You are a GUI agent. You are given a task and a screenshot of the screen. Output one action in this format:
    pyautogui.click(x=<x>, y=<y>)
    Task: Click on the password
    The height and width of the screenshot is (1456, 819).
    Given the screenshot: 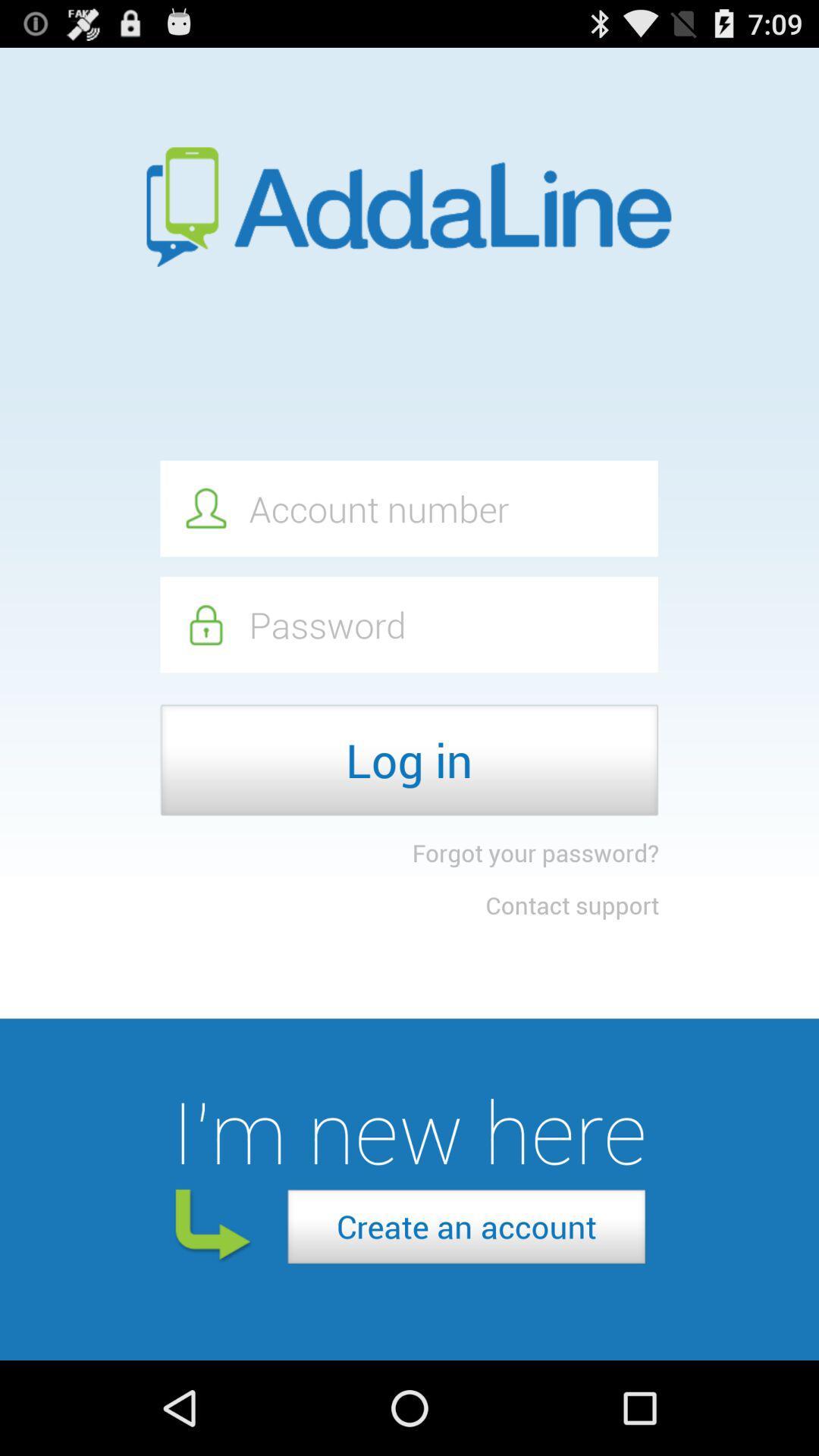 What is the action you would take?
    pyautogui.click(x=408, y=624)
    